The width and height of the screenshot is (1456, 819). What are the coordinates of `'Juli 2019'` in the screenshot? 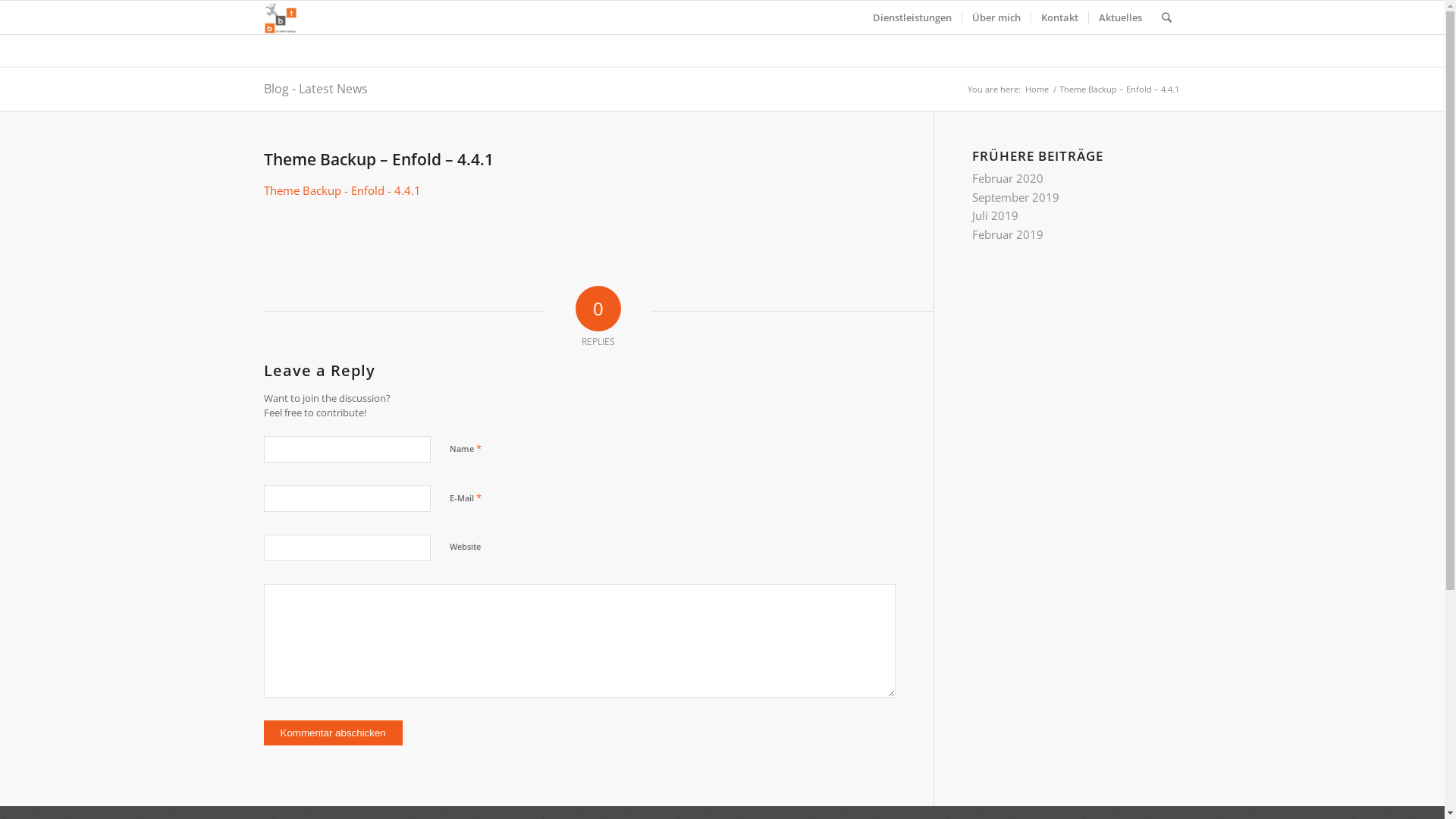 It's located at (995, 215).